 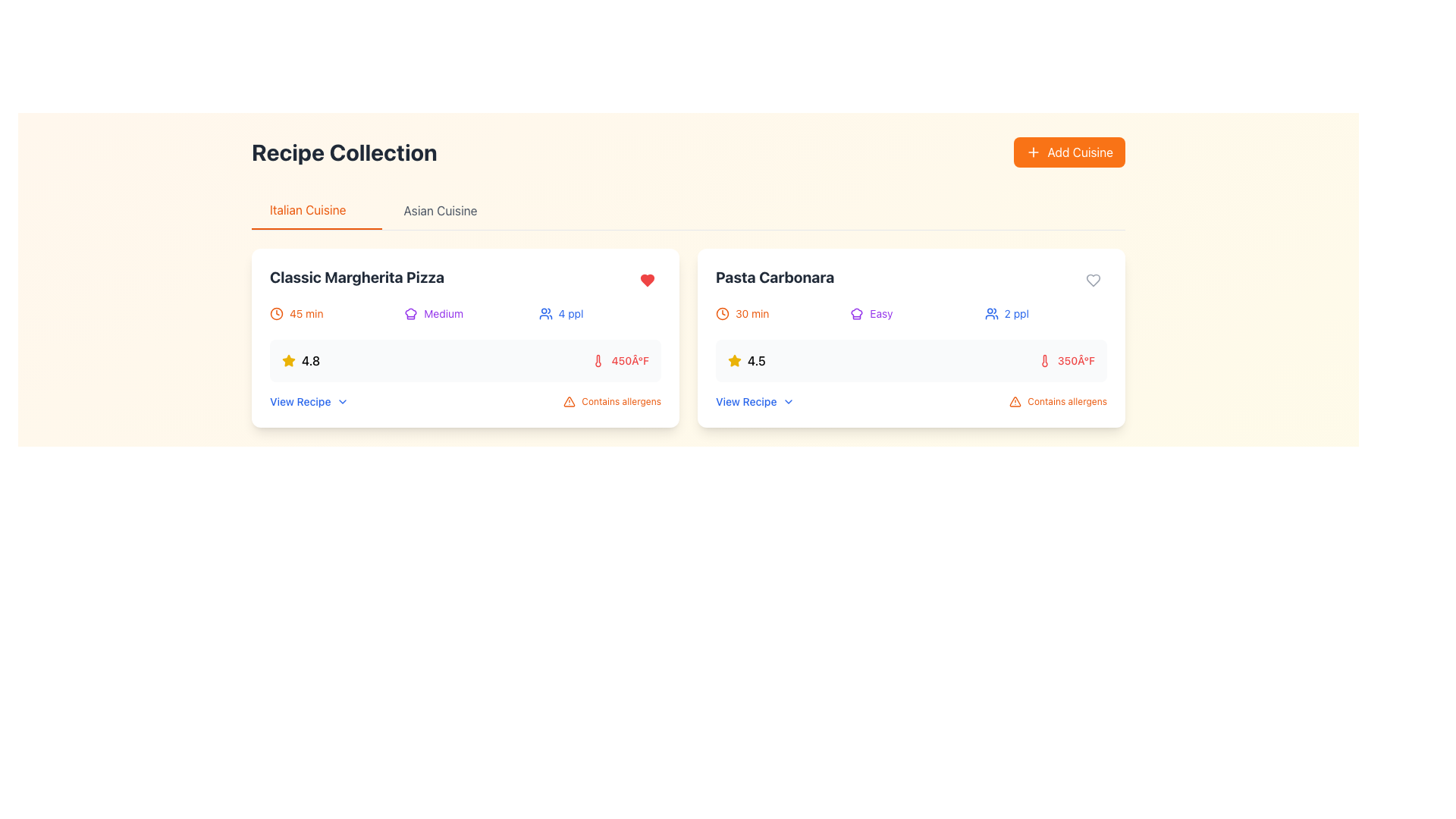 I want to click on the blue user outline icon next to the '2 ppl' label in the bottom information section of the 'Pasta Carbonara' recipe, so click(x=991, y=312).